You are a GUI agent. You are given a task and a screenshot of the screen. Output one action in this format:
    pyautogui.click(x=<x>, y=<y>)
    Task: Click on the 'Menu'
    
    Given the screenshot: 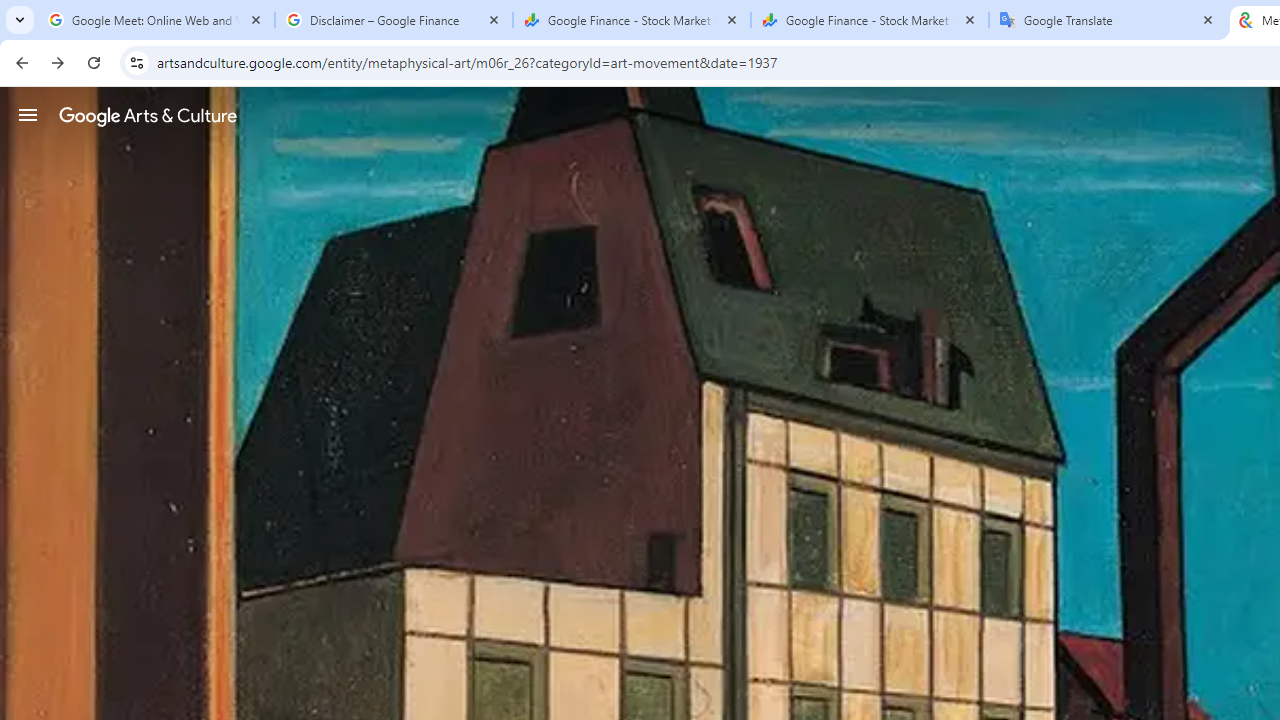 What is the action you would take?
    pyautogui.click(x=28, y=114)
    